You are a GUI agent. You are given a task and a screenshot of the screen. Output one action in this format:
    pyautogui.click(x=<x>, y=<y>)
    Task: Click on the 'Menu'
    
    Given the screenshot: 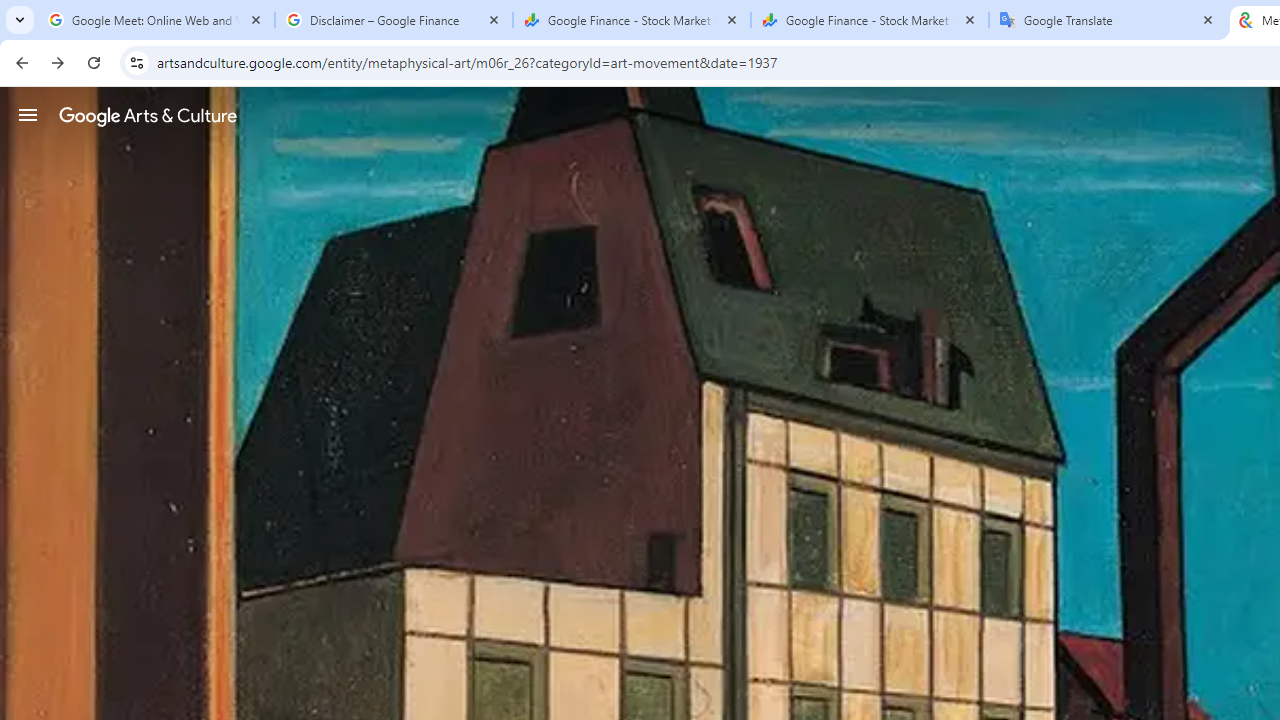 What is the action you would take?
    pyautogui.click(x=28, y=114)
    